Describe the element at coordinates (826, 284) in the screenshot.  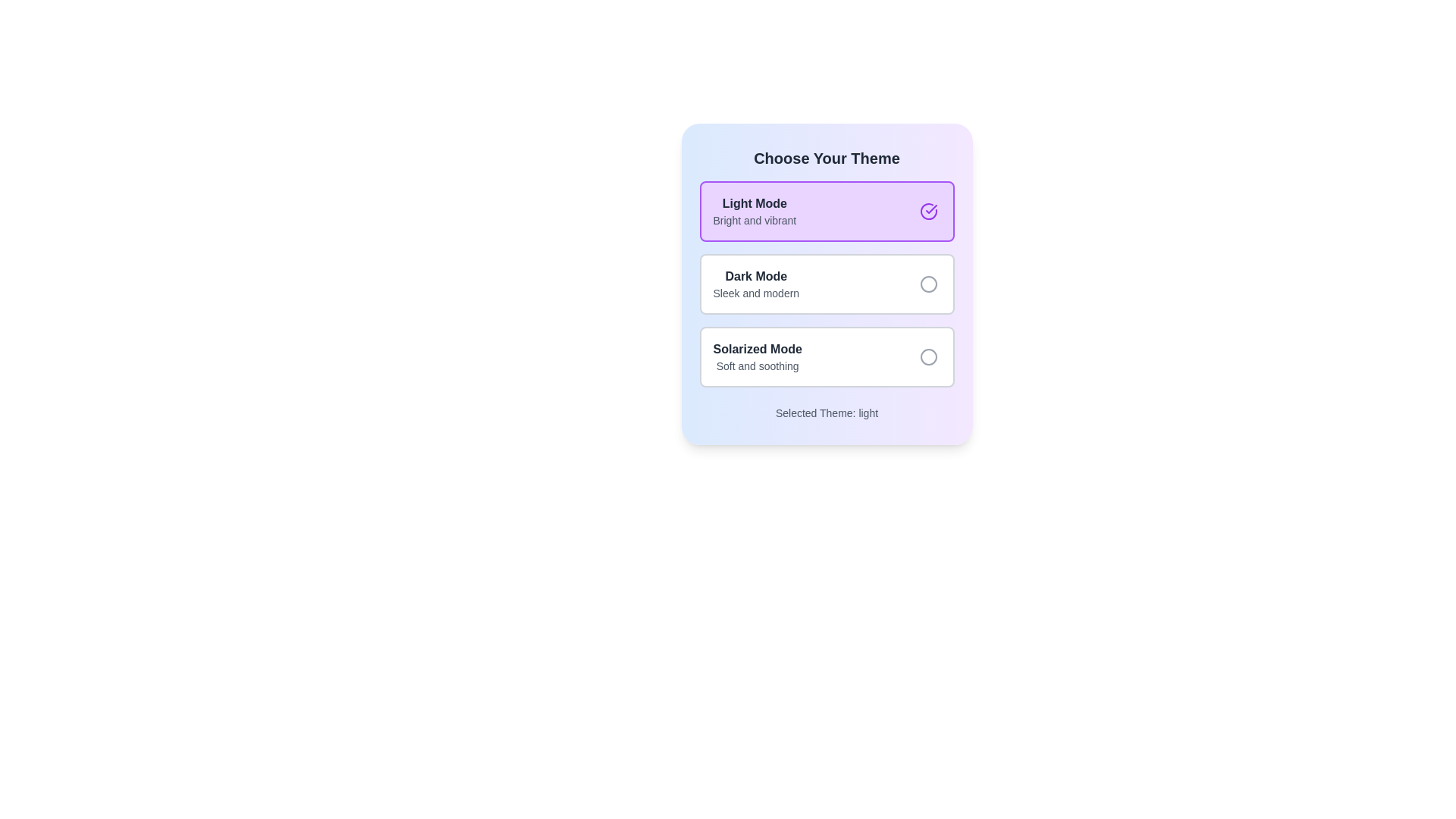
I see `the 'Dark Mode' selectable list item` at that location.